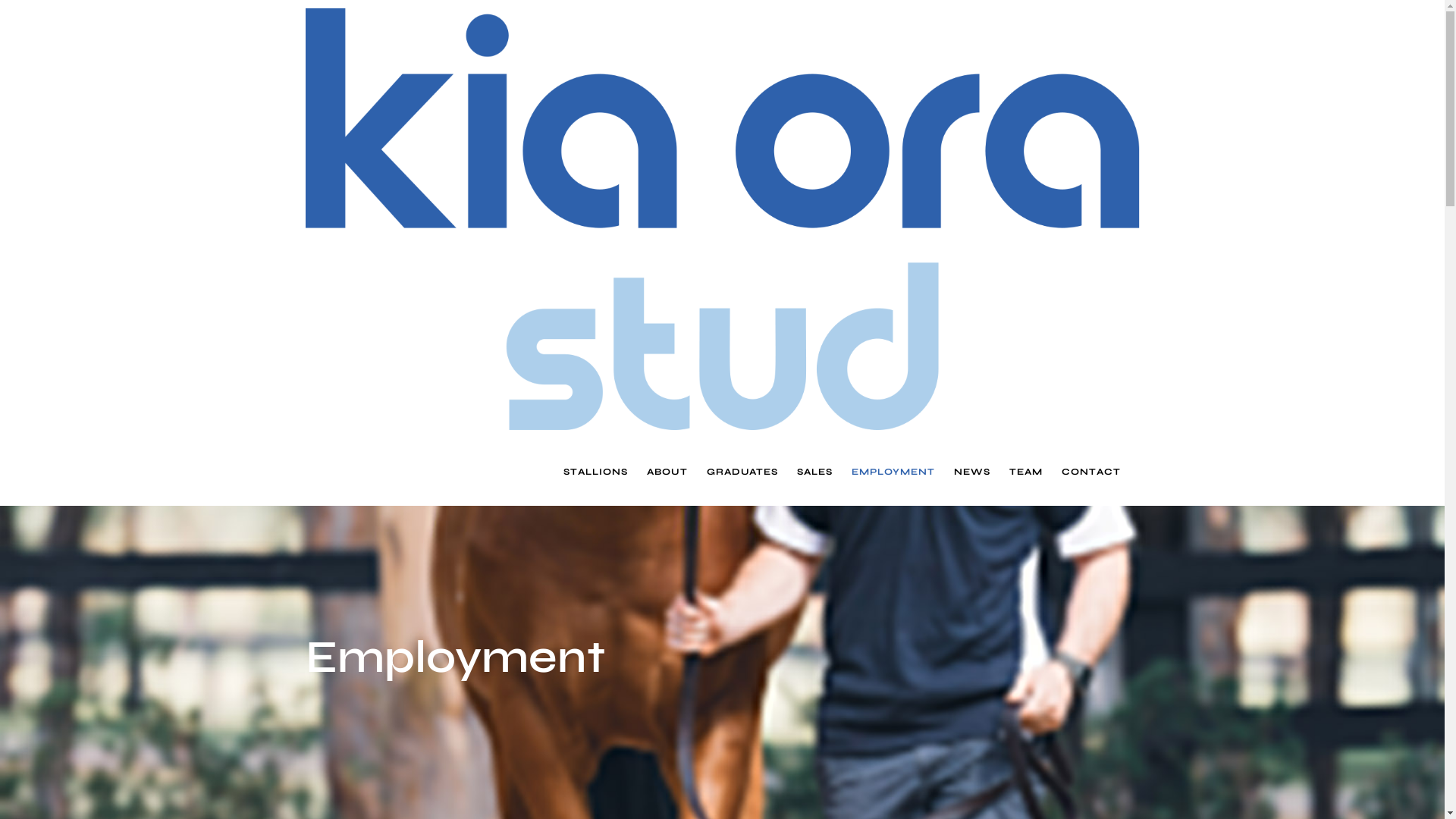  I want to click on 'EMPLOYMENT', so click(851, 470).